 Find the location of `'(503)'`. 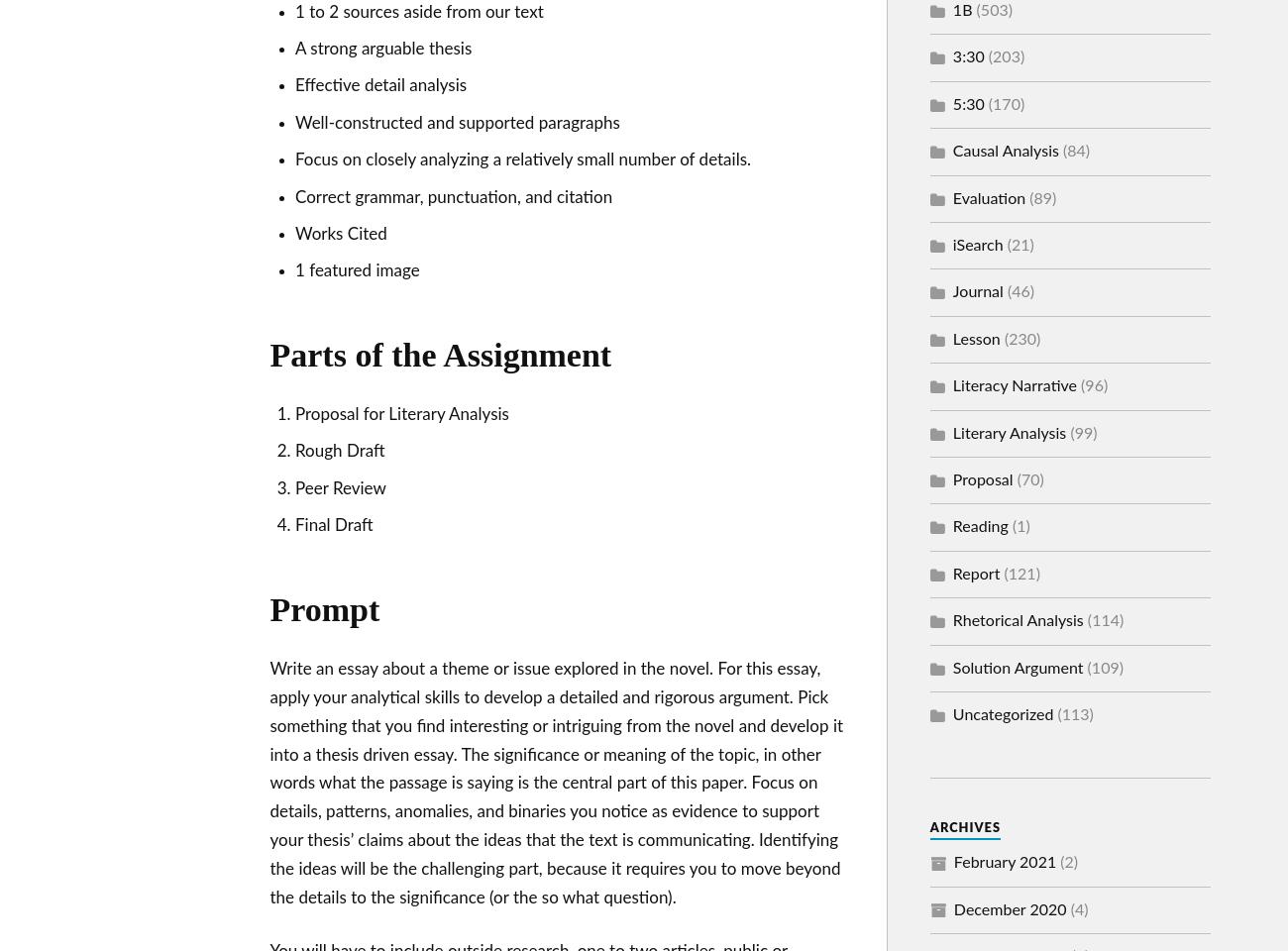

'(503)' is located at coordinates (991, 10).